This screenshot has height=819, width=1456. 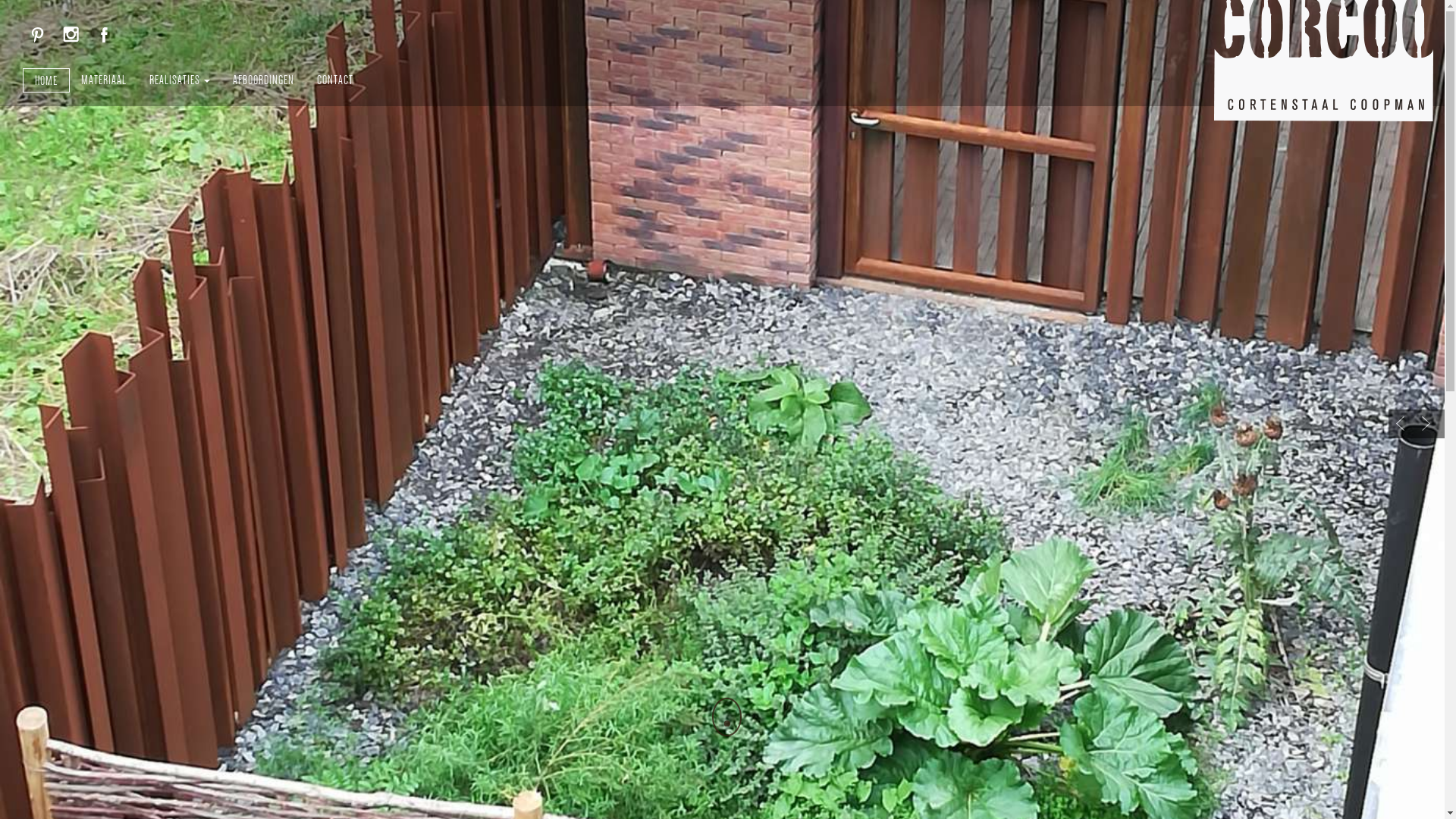 I want to click on 'MATERIAAL', so click(x=103, y=79).